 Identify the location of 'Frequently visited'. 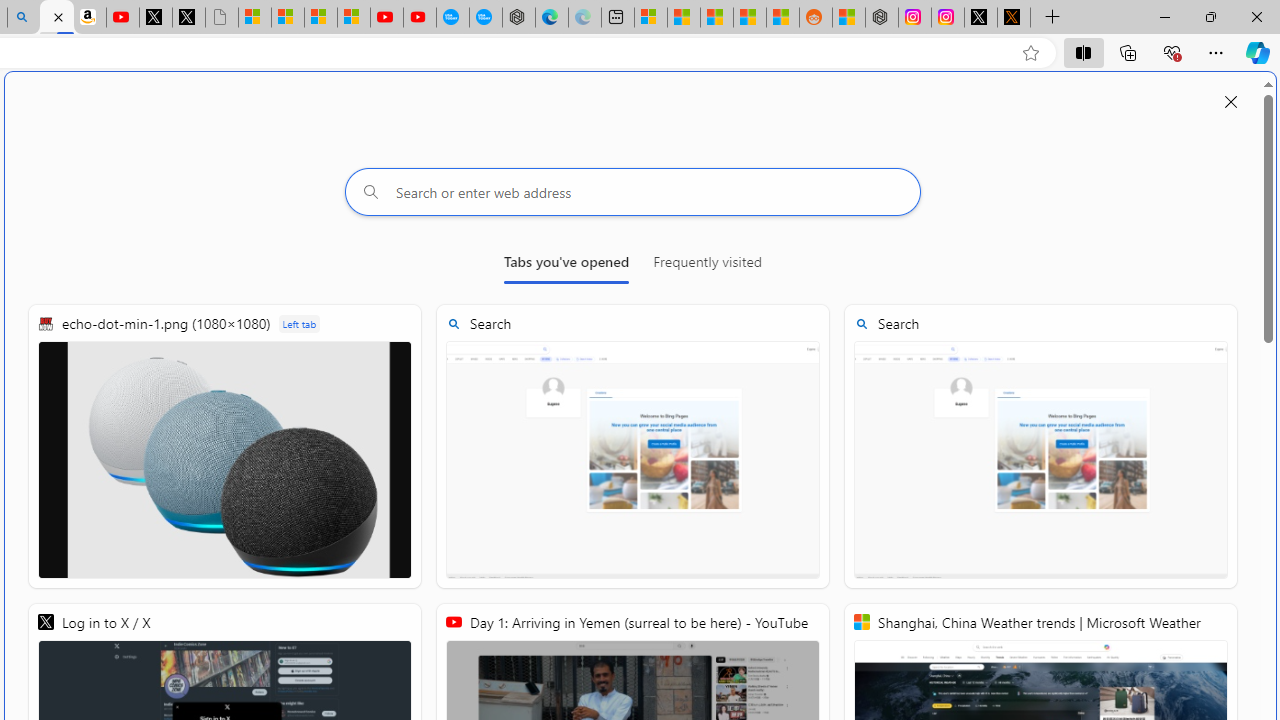
(707, 265).